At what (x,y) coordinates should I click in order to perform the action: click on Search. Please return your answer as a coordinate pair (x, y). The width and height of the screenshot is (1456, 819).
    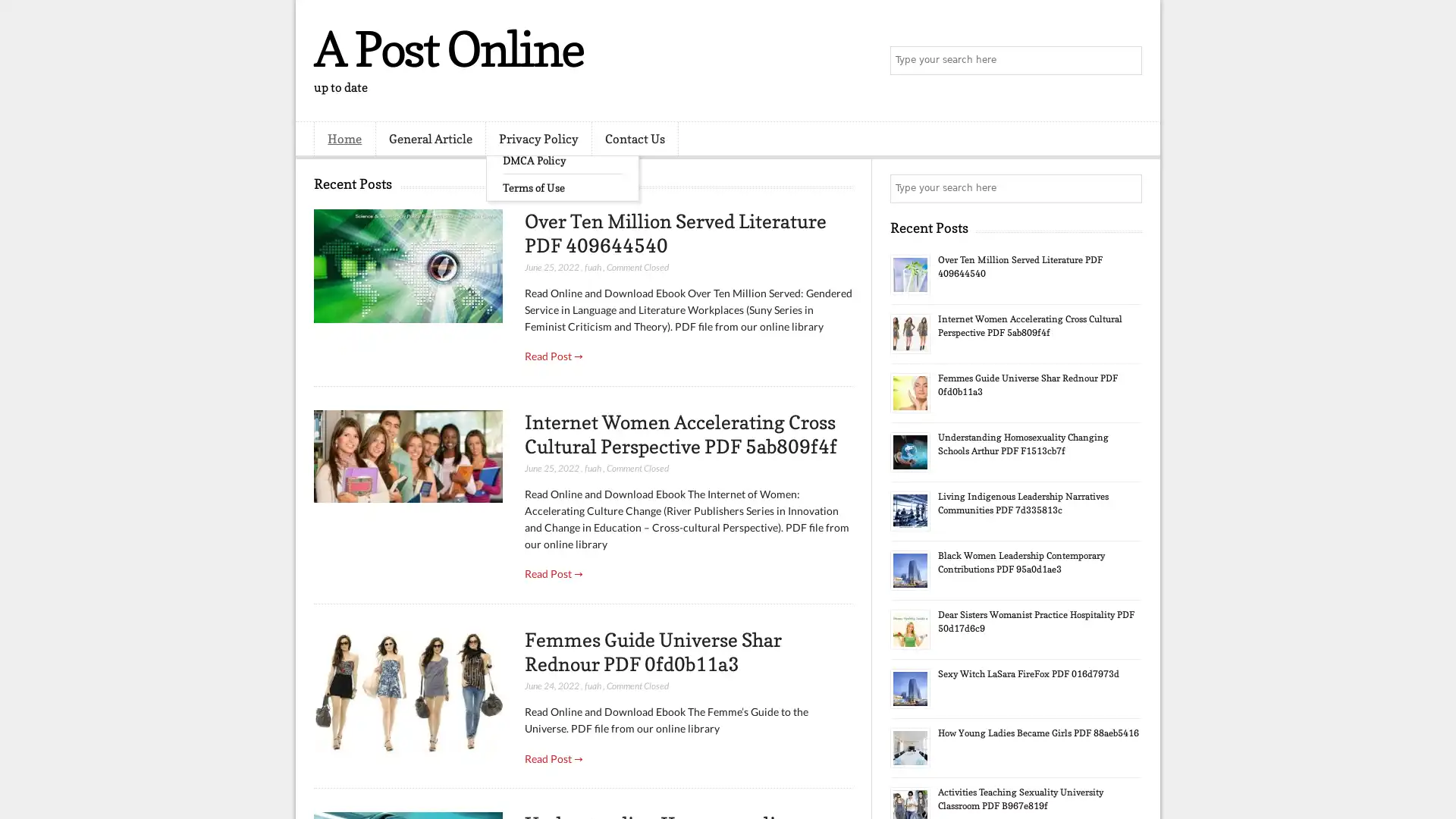
    Looking at the image, I should click on (1126, 188).